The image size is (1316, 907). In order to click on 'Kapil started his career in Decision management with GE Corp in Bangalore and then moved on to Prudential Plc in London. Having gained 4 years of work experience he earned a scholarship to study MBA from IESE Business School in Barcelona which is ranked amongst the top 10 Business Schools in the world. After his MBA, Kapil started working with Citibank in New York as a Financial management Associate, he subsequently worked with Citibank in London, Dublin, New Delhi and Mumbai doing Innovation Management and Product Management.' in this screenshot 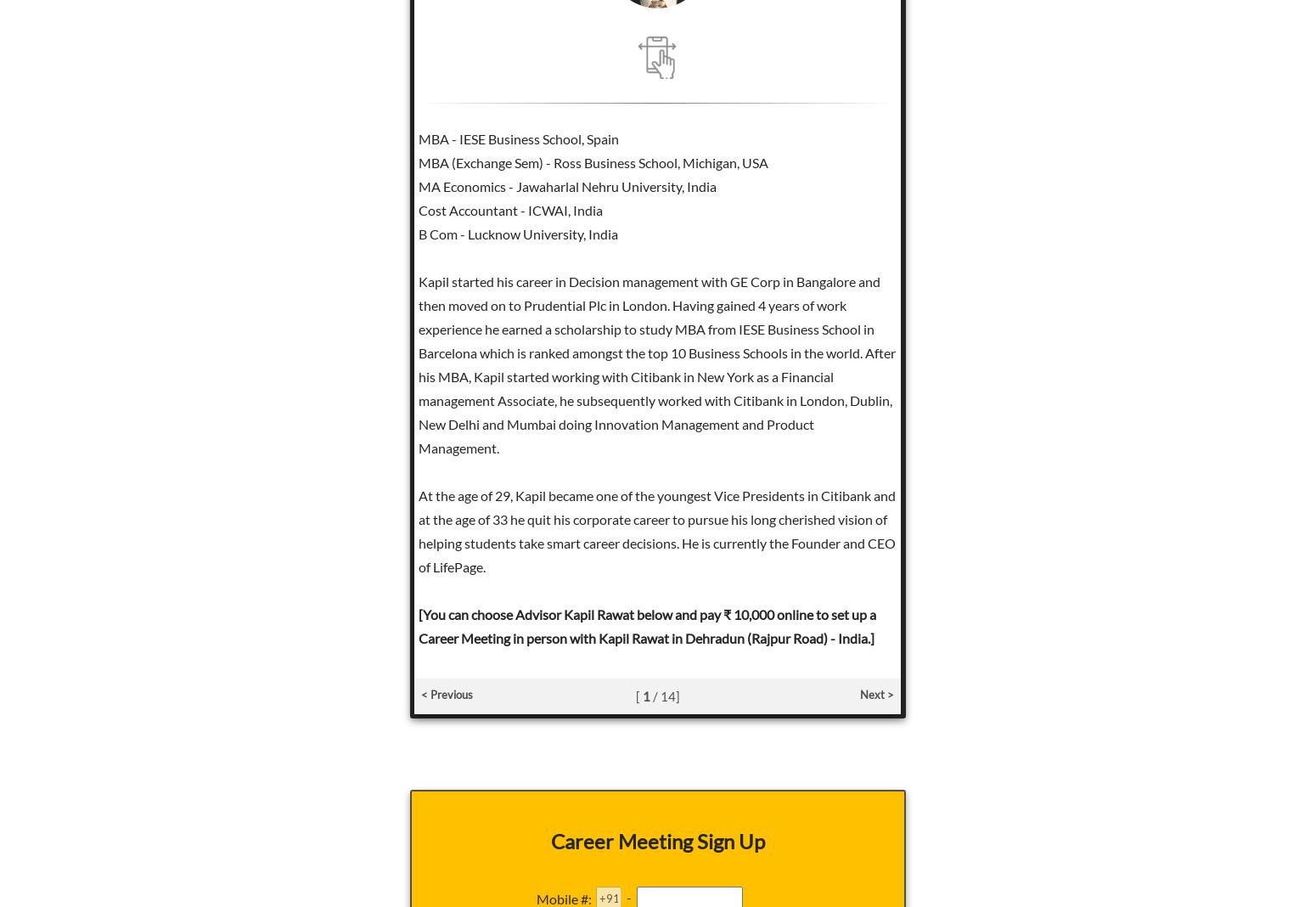, I will do `click(655, 363)`.